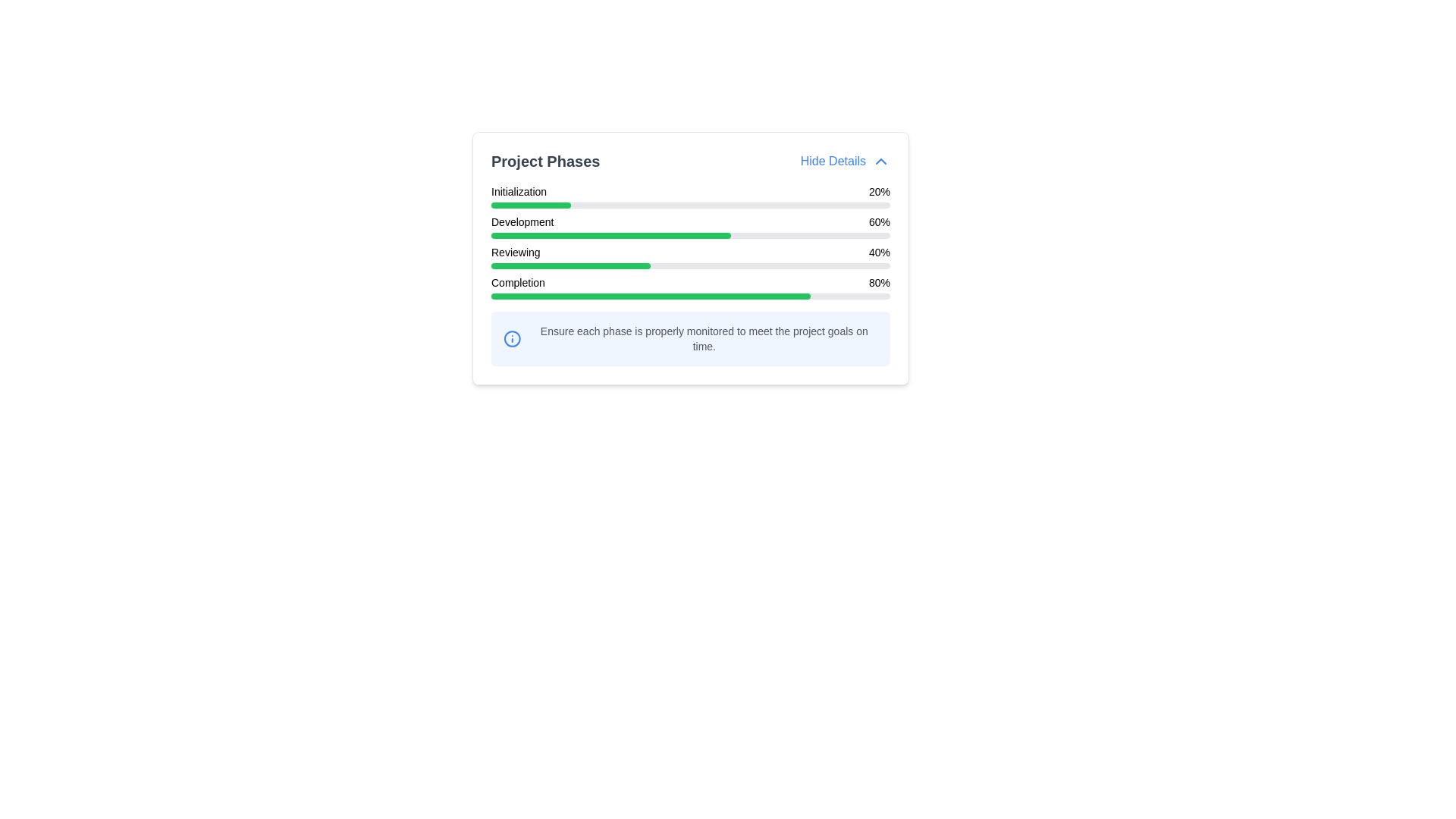 The height and width of the screenshot is (819, 1456). Describe the element at coordinates (690, 256) in the screenshot. I see `the 'Reviewing' progress bar` at that location.